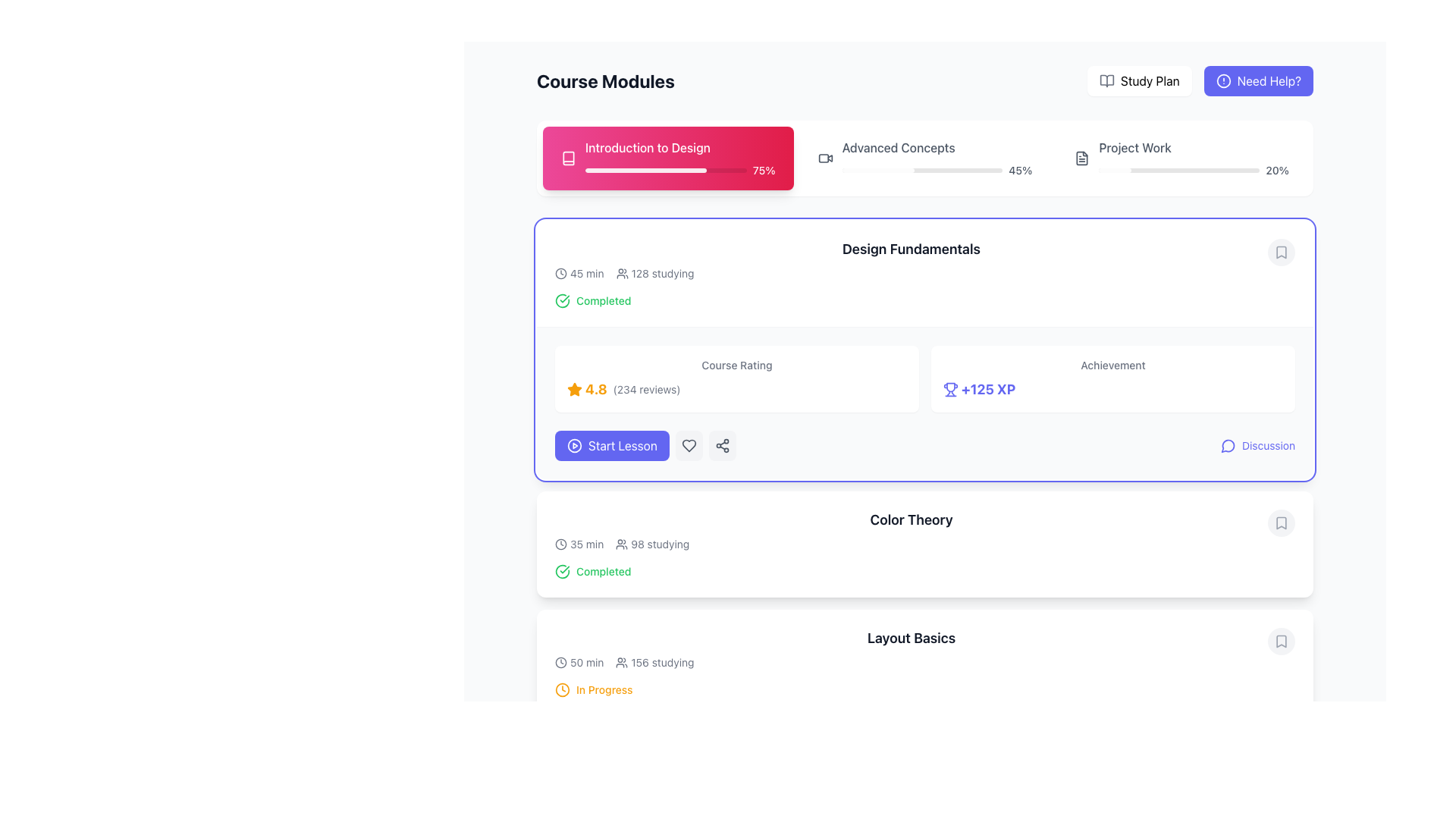  I want to click on the text label reading 'In Progress' styled in orange, located at the bottom of the page within the 'Layout Basics' section, to comprehend its ongoing status, so click(604, 690).